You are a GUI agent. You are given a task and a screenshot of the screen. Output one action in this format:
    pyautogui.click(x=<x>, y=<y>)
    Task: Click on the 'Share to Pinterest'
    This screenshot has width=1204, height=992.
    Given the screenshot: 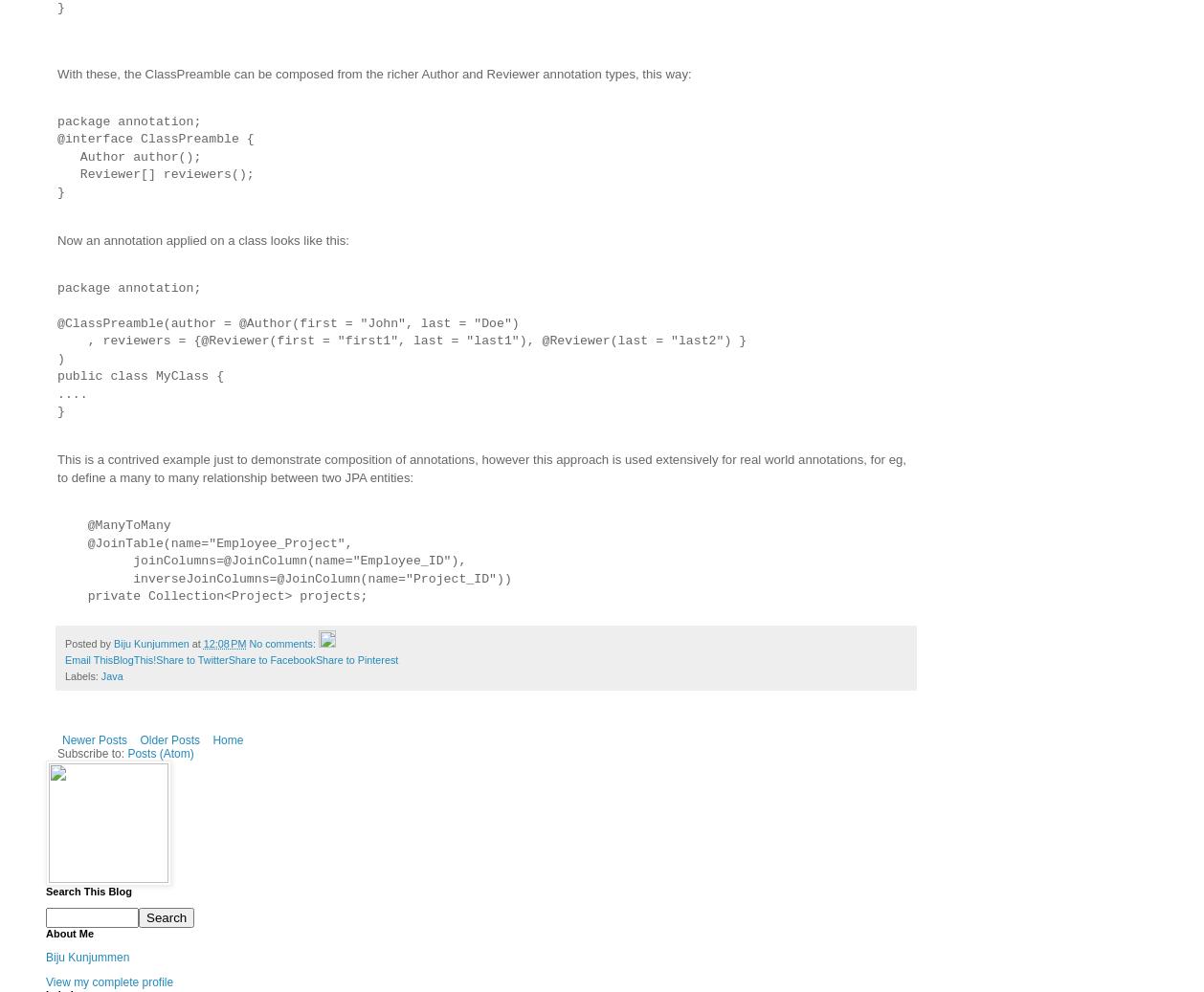 What is the action you would take?
    pyautogui.click(x=355, y=658)
    